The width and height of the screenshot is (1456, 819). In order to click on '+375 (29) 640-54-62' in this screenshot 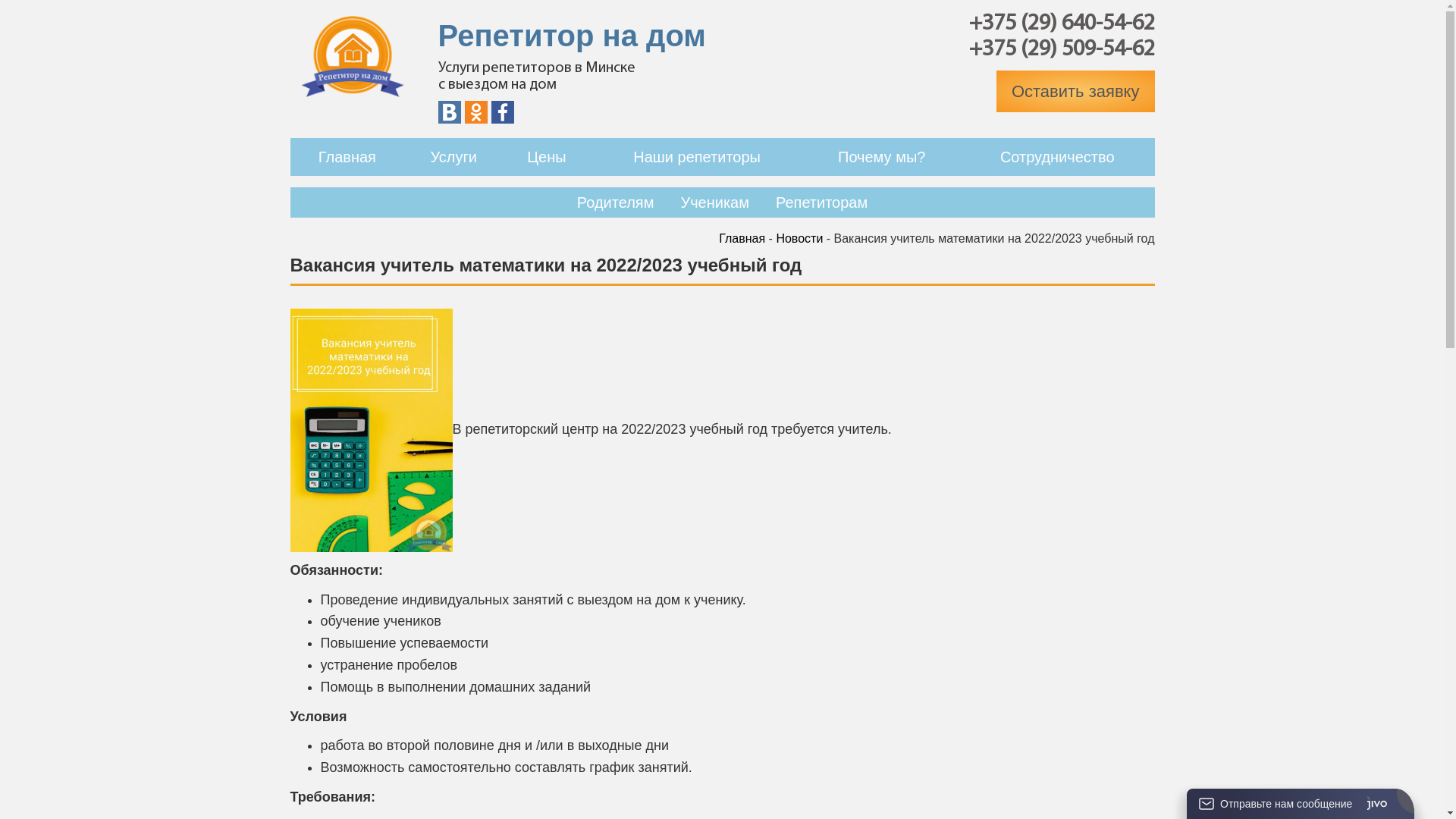, I will do `click(1061, 24)`.